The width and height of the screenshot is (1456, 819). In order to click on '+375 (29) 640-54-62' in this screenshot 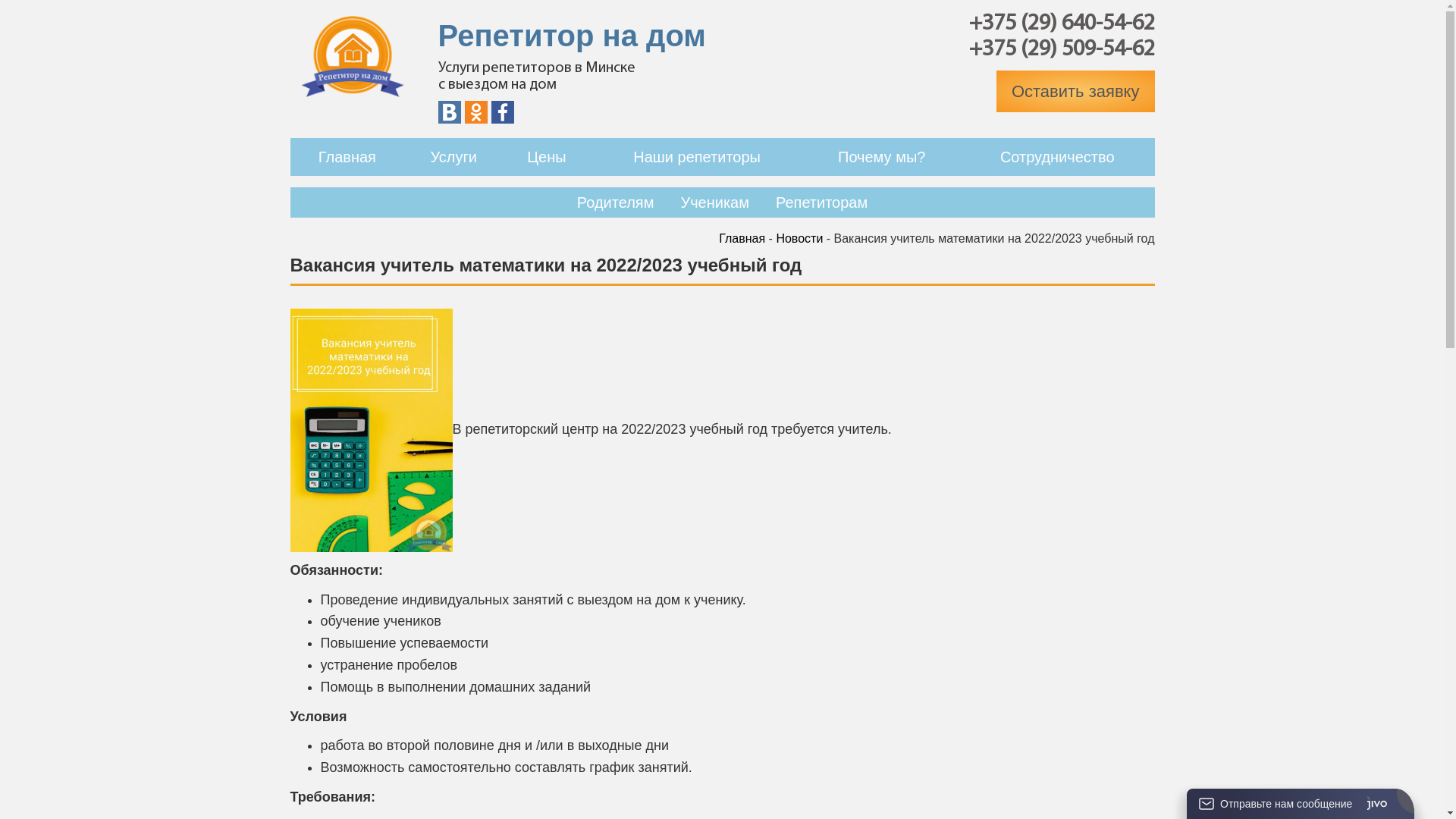, I will do `click(1061, 24)`.